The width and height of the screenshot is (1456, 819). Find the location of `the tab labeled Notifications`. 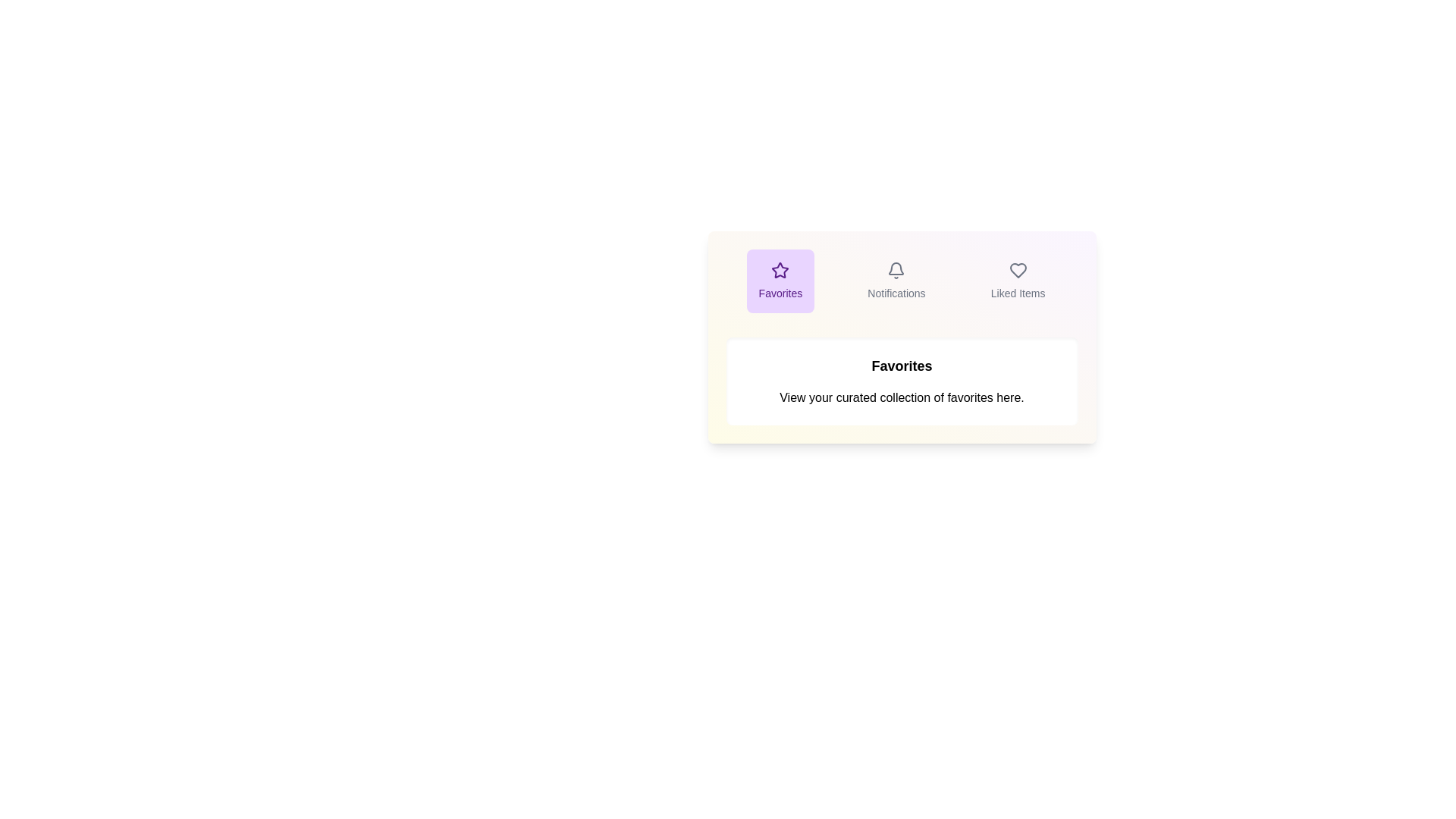

the tab labeled Notifications is located at coordinates (896, 281).